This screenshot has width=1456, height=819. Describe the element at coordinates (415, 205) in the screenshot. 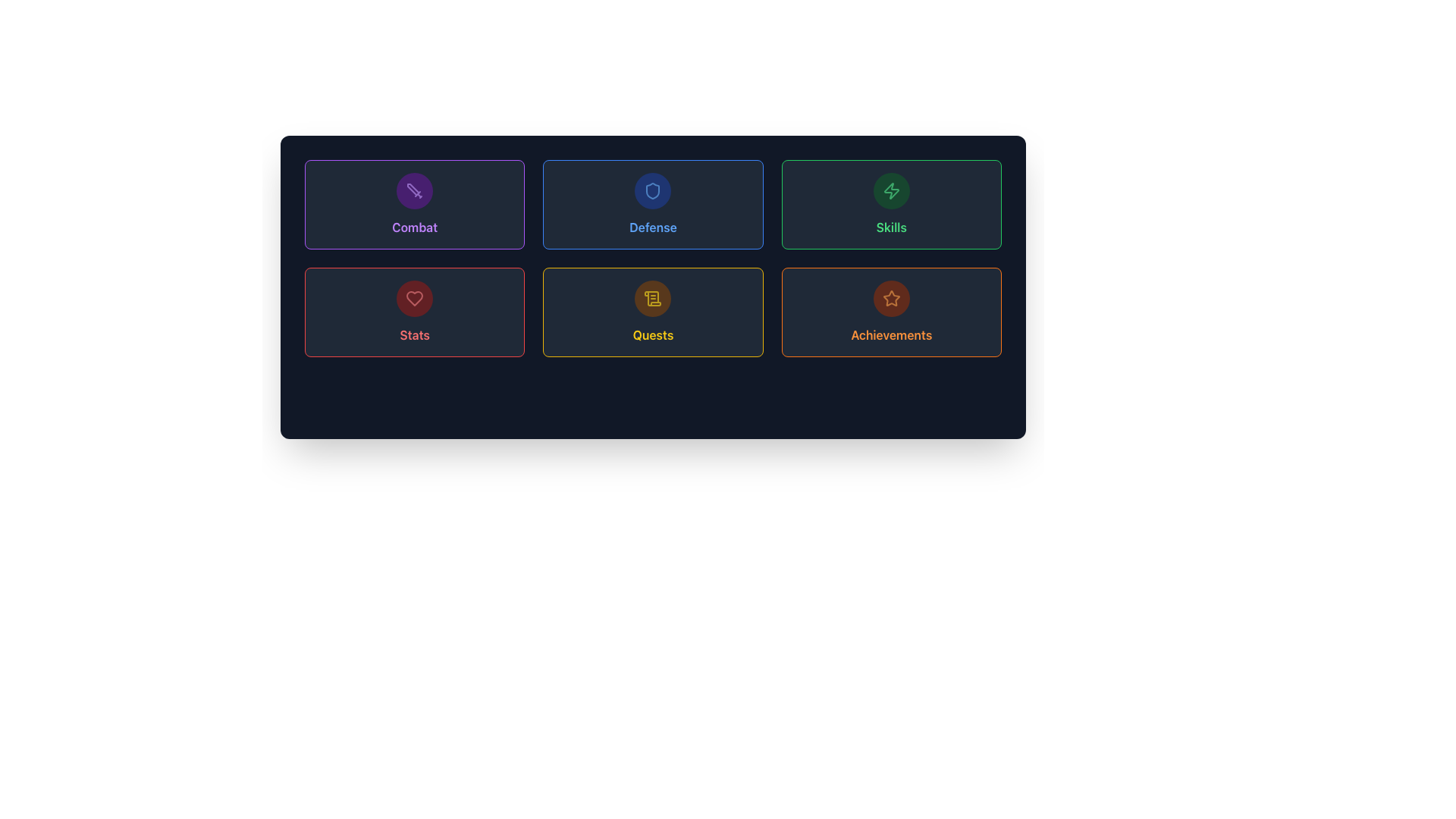

I see `the 'Combat' clickable card located in the top-left corner of the grid` at that location.